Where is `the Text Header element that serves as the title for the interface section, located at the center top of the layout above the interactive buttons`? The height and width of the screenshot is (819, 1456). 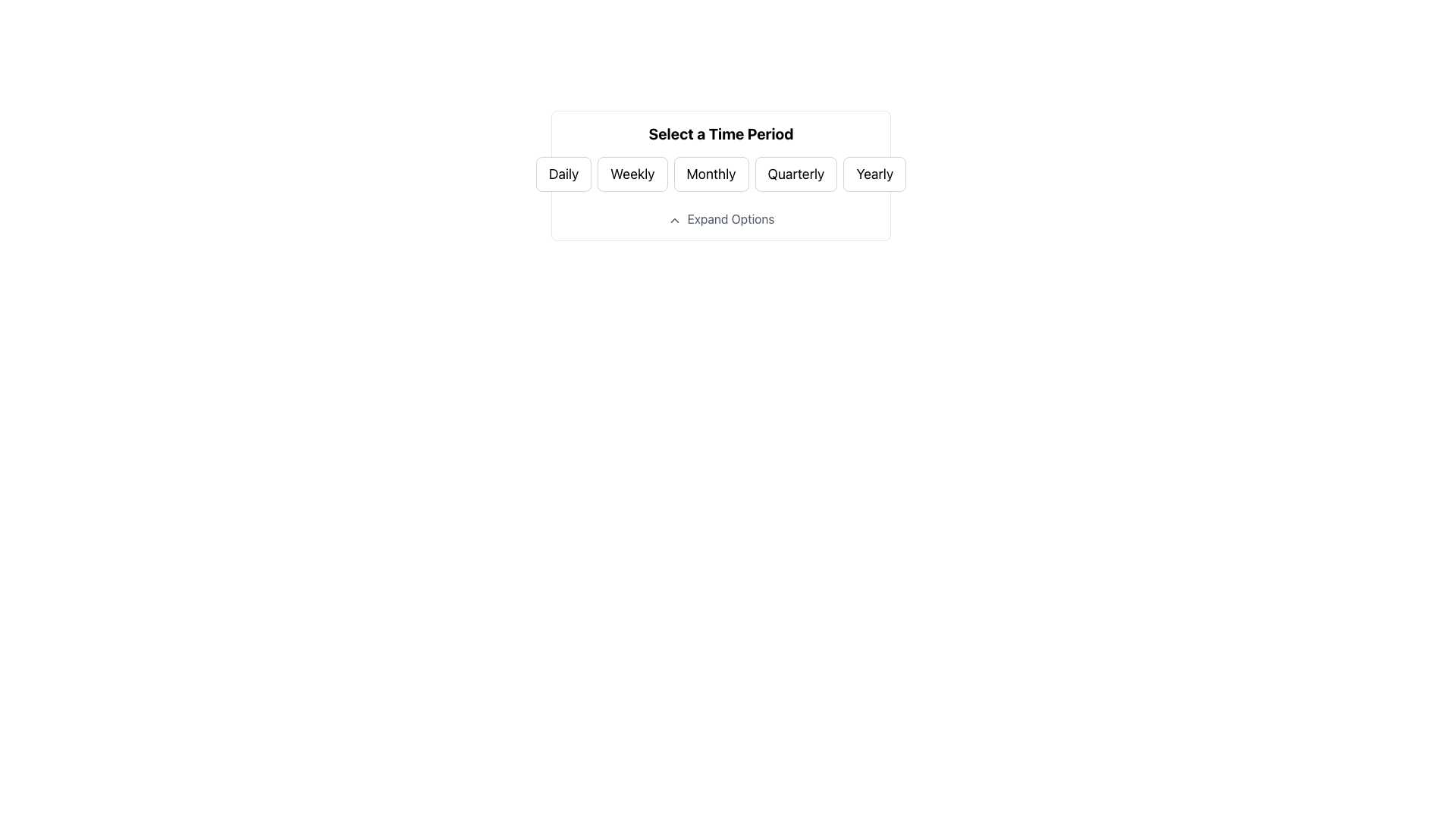 the Text Header element that serves as the title for the interface section, located at the center top of the layout above the interactive buttons is located at coordinates (720, 133).